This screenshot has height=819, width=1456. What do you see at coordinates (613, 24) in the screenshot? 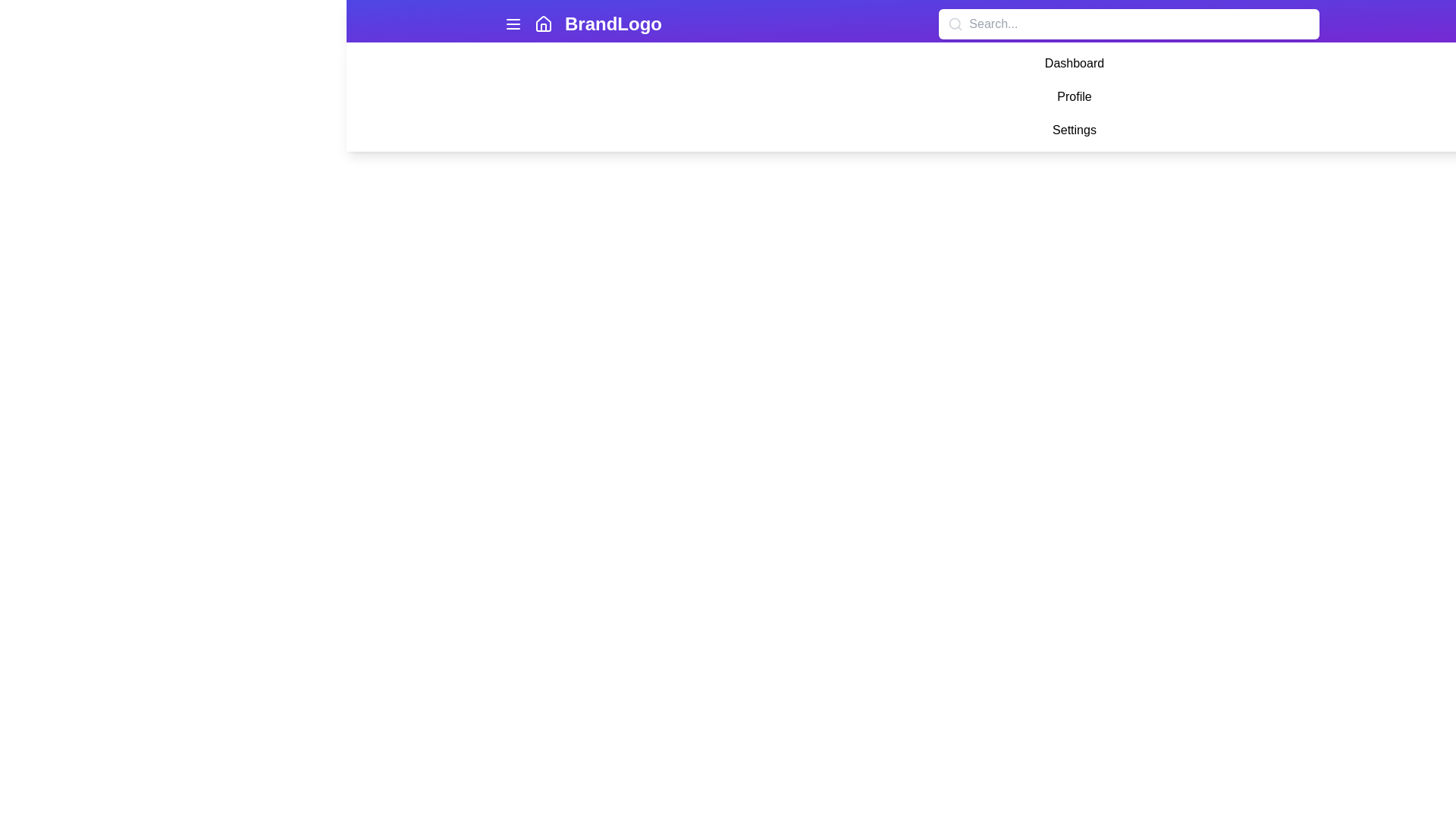
I see `text 'BrandLogo' from the prominent text label located in the center of the top purple navigation bar` at bounding box center [613, 24].